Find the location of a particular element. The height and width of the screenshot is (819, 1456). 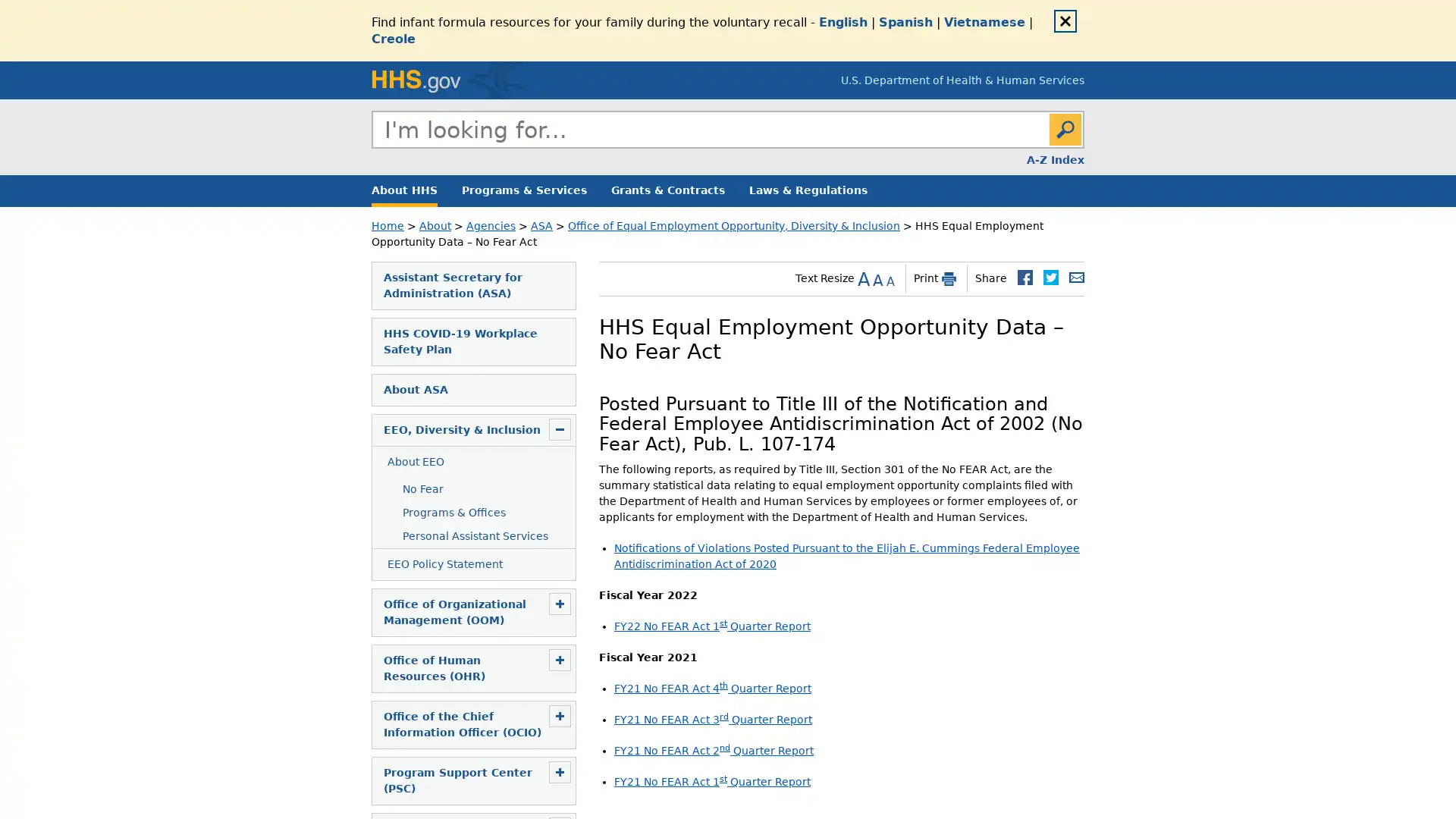

Close is located at coordinates (1083, 146).